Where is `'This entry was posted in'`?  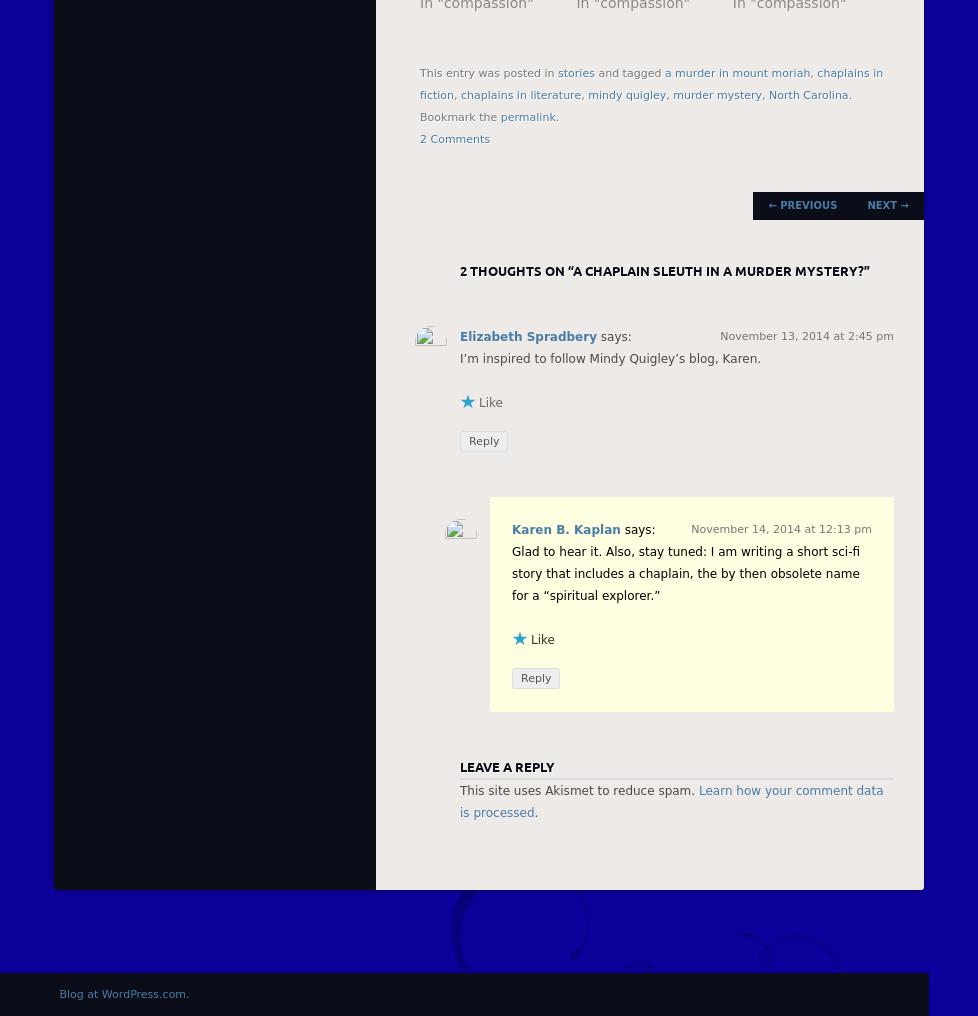
'This entry was posted in' is located at coordinates (489, 73).